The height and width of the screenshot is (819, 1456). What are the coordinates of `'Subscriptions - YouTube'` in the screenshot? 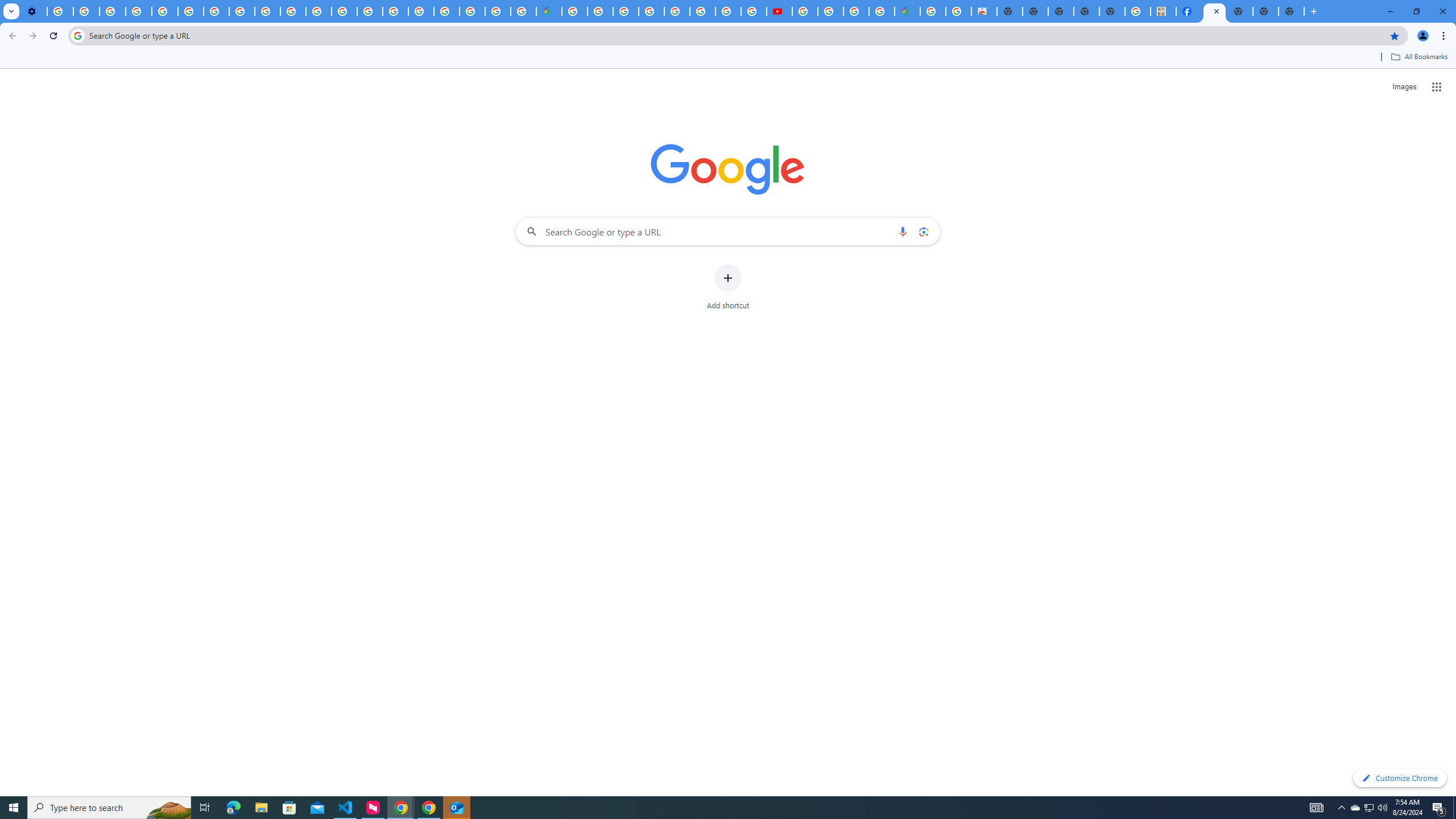 It's located at (779, 11).